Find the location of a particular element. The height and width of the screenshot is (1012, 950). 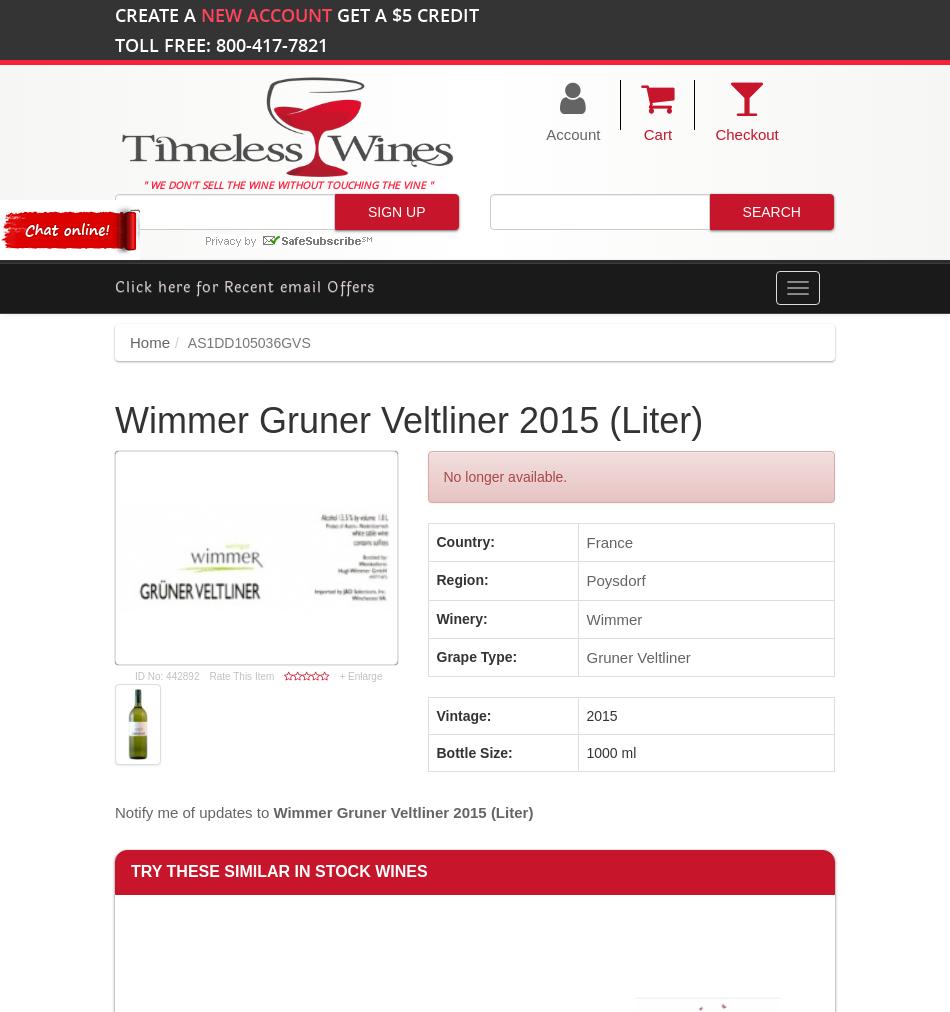

'Region:' is located at coordinates (460, 578).